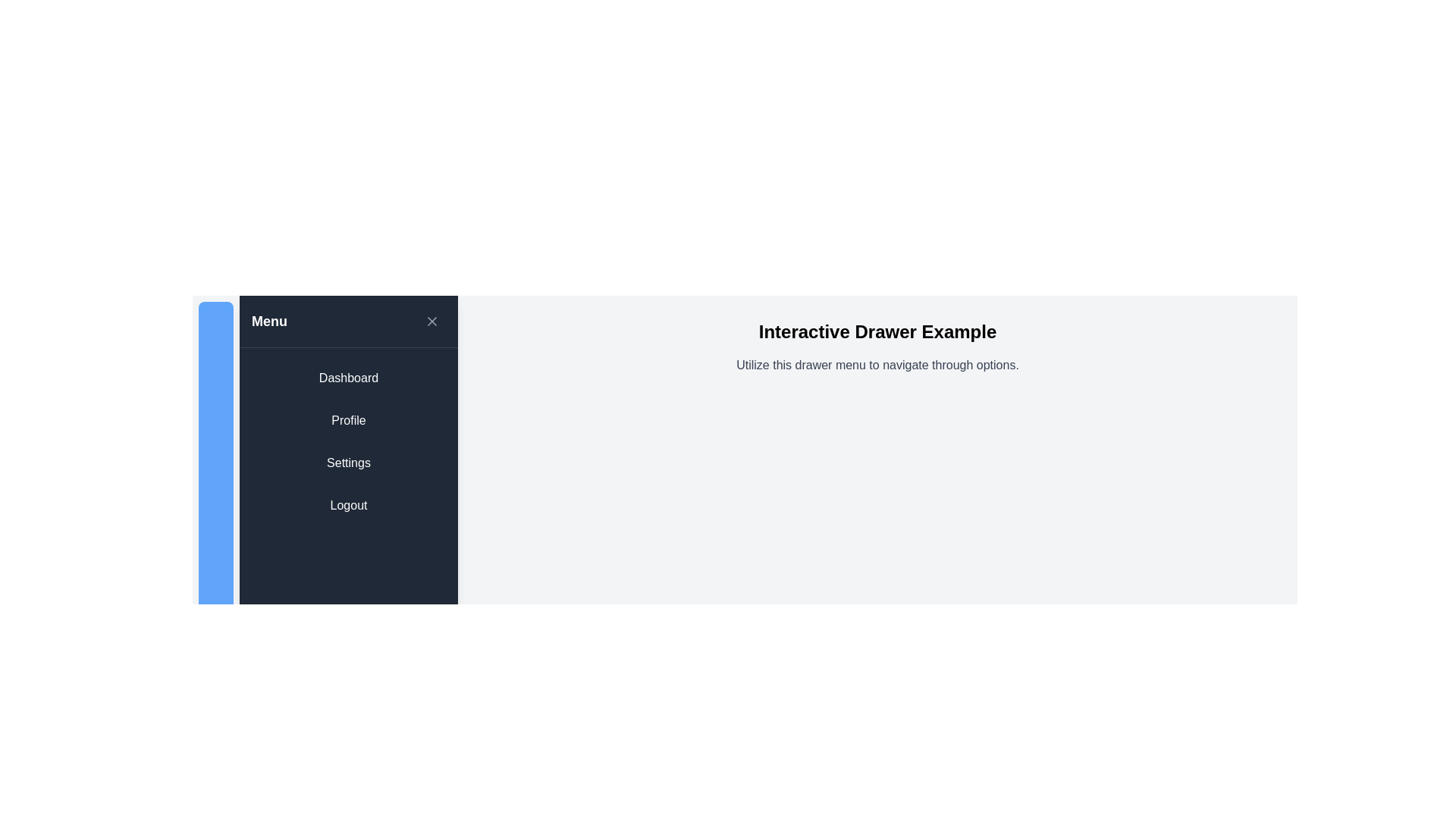 This screenshot has height=819, width=1456. I want to click on the close button with an icon located in the top-right corner of the header section next to the 'Menu' text to observe any hover effect, so click(431, 321).